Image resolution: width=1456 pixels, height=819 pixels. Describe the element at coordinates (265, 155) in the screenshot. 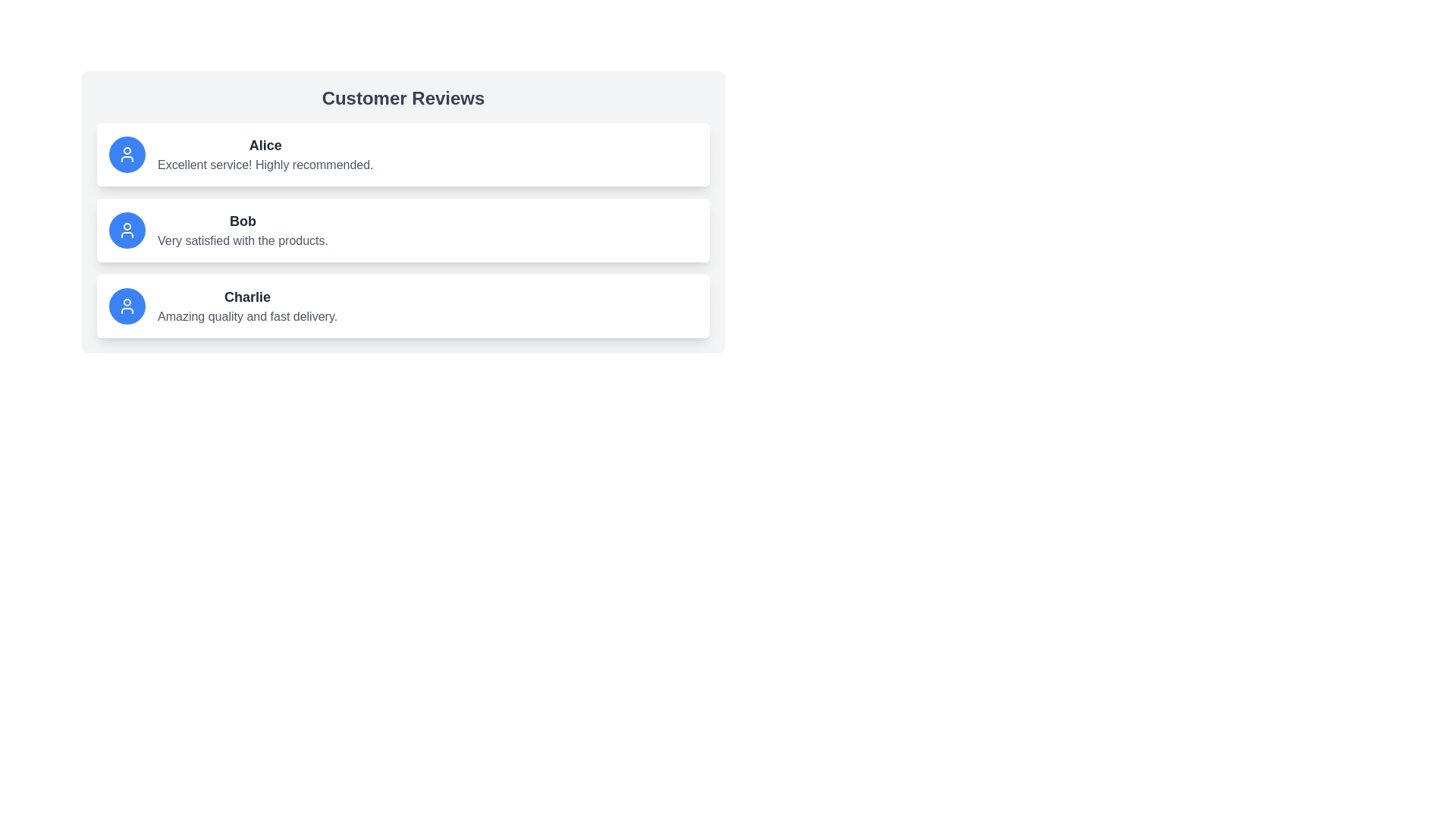

I see `the user testimonial text block that displays the user's name and review comment, which is the first listing in a vertical stack of review cards` at that location.